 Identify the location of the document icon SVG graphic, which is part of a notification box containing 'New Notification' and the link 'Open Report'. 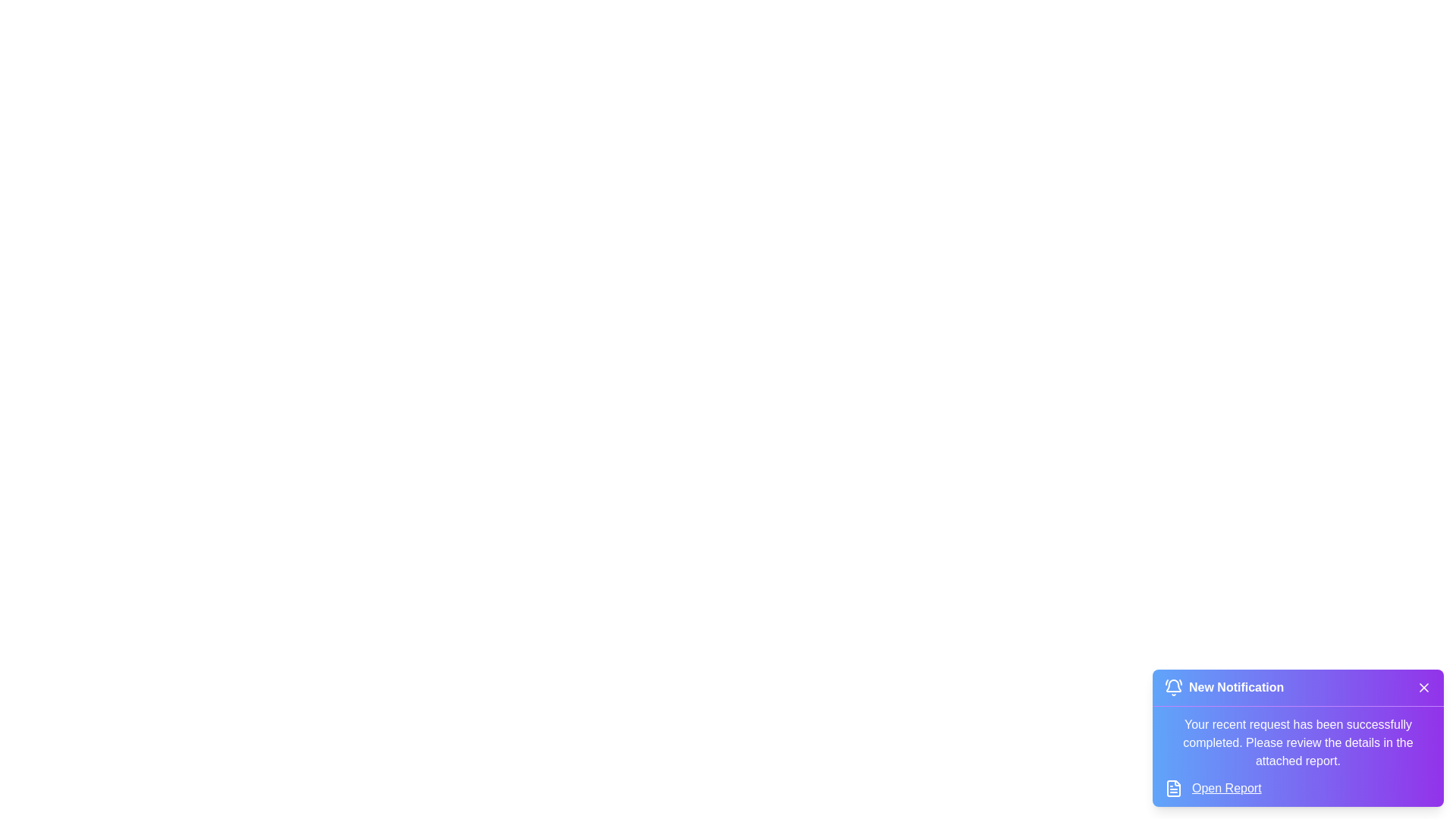
(1173, 788).